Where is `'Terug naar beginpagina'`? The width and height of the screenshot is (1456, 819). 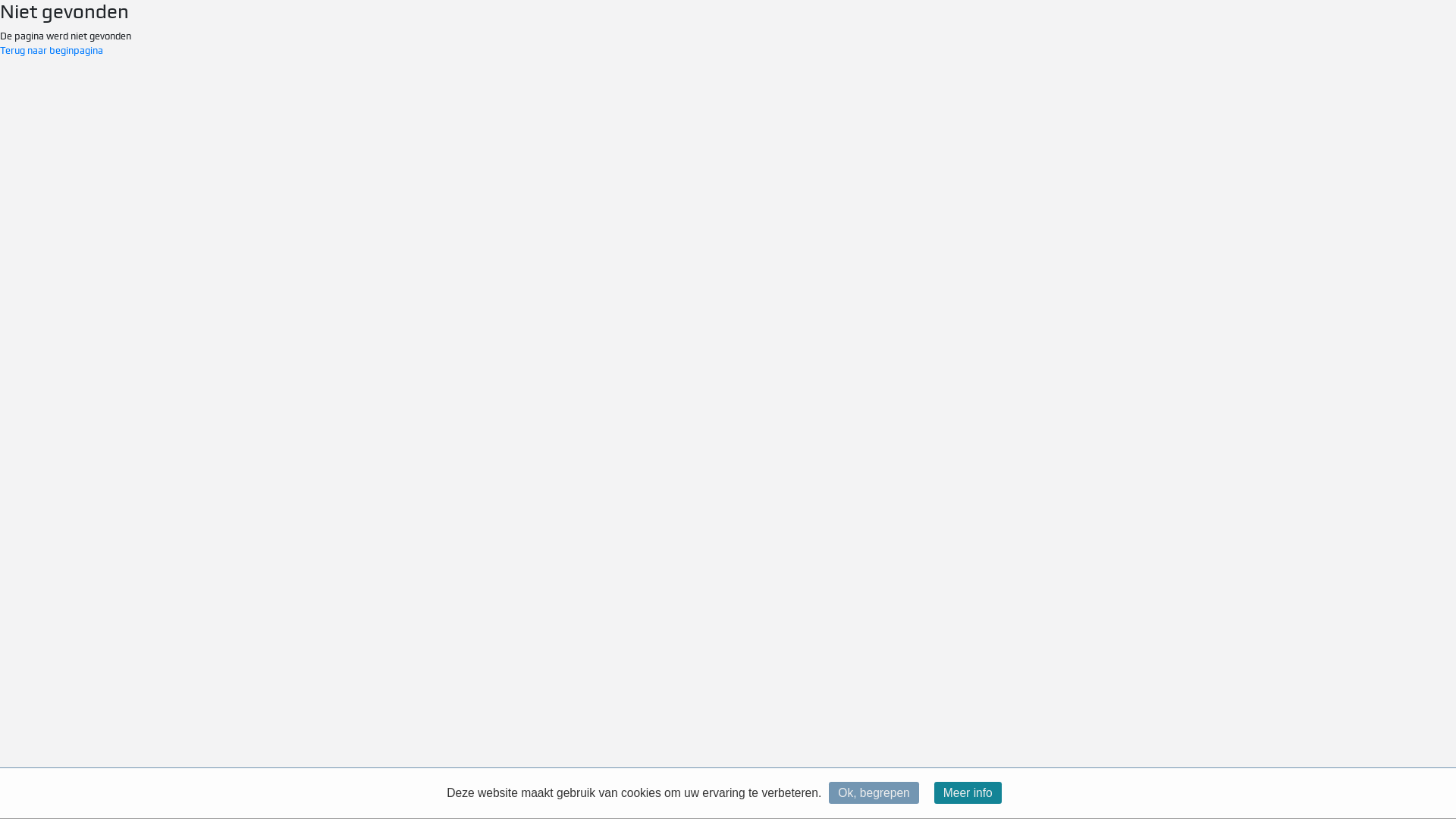
'Terug naar beginpagina' is located at coordinates (51, 49).